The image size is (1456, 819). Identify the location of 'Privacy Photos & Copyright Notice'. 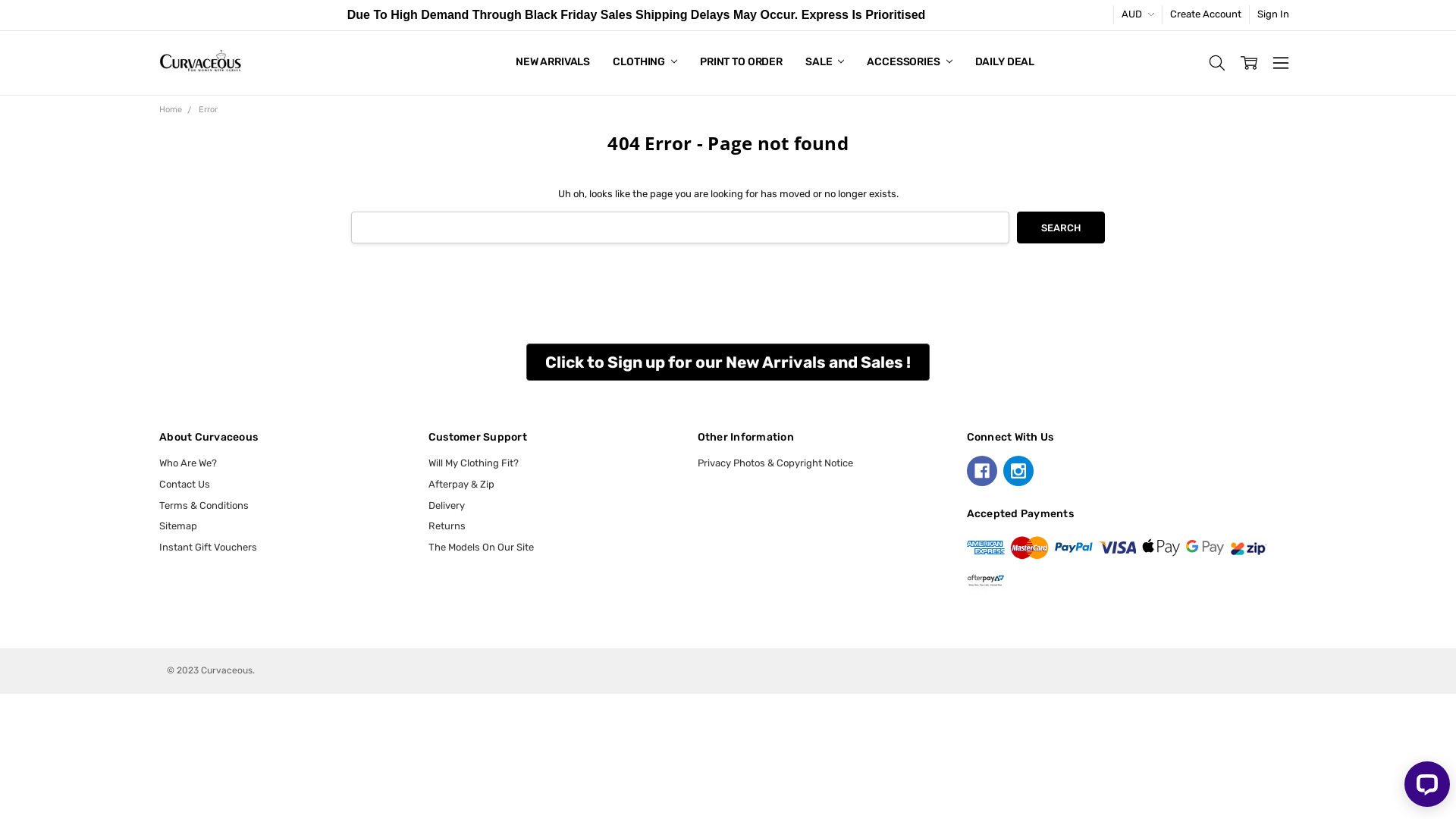
(775, 462).